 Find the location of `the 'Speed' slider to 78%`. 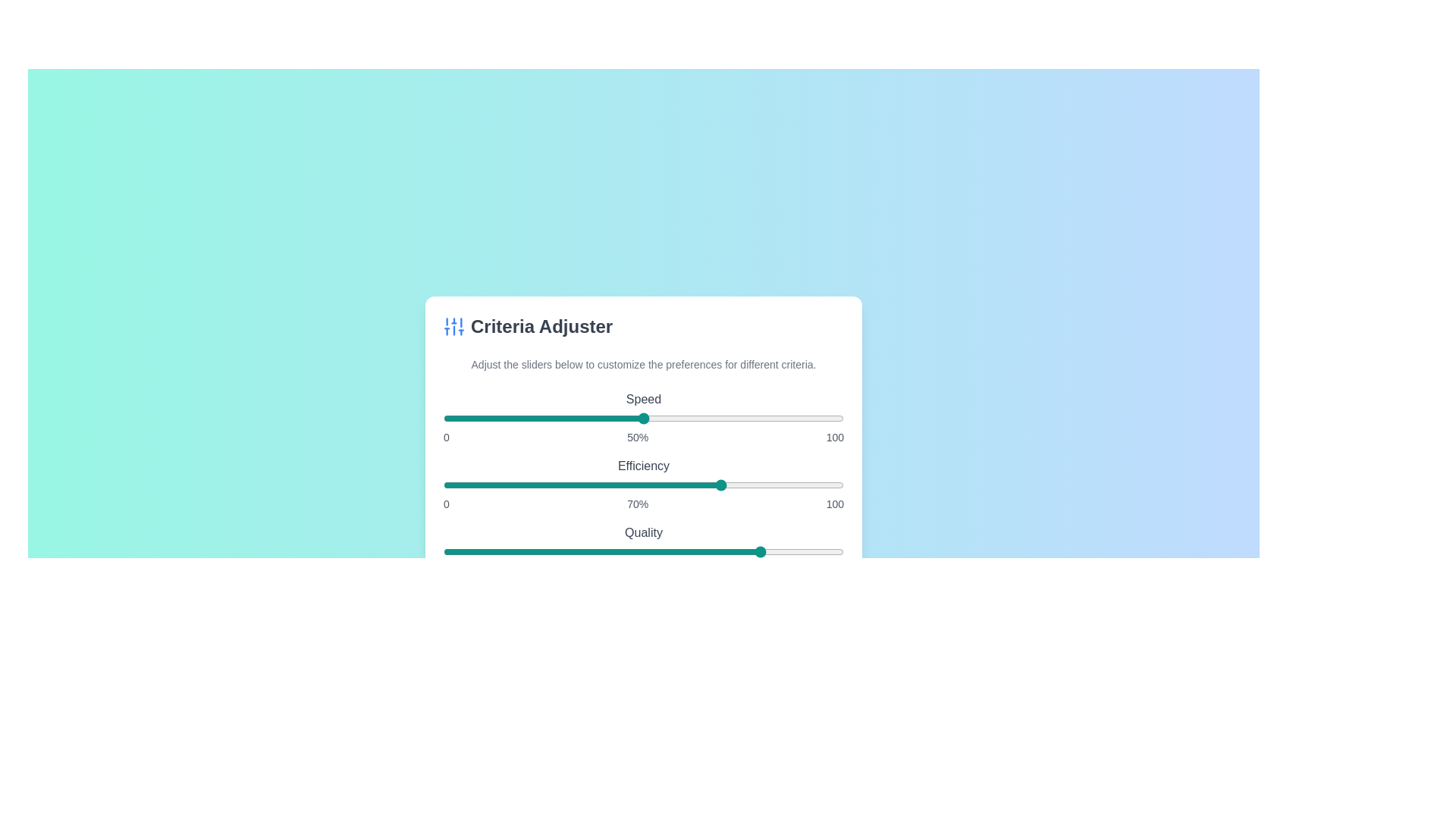

the 'Speed' slider to 78% is located at coordinates (755, 418).